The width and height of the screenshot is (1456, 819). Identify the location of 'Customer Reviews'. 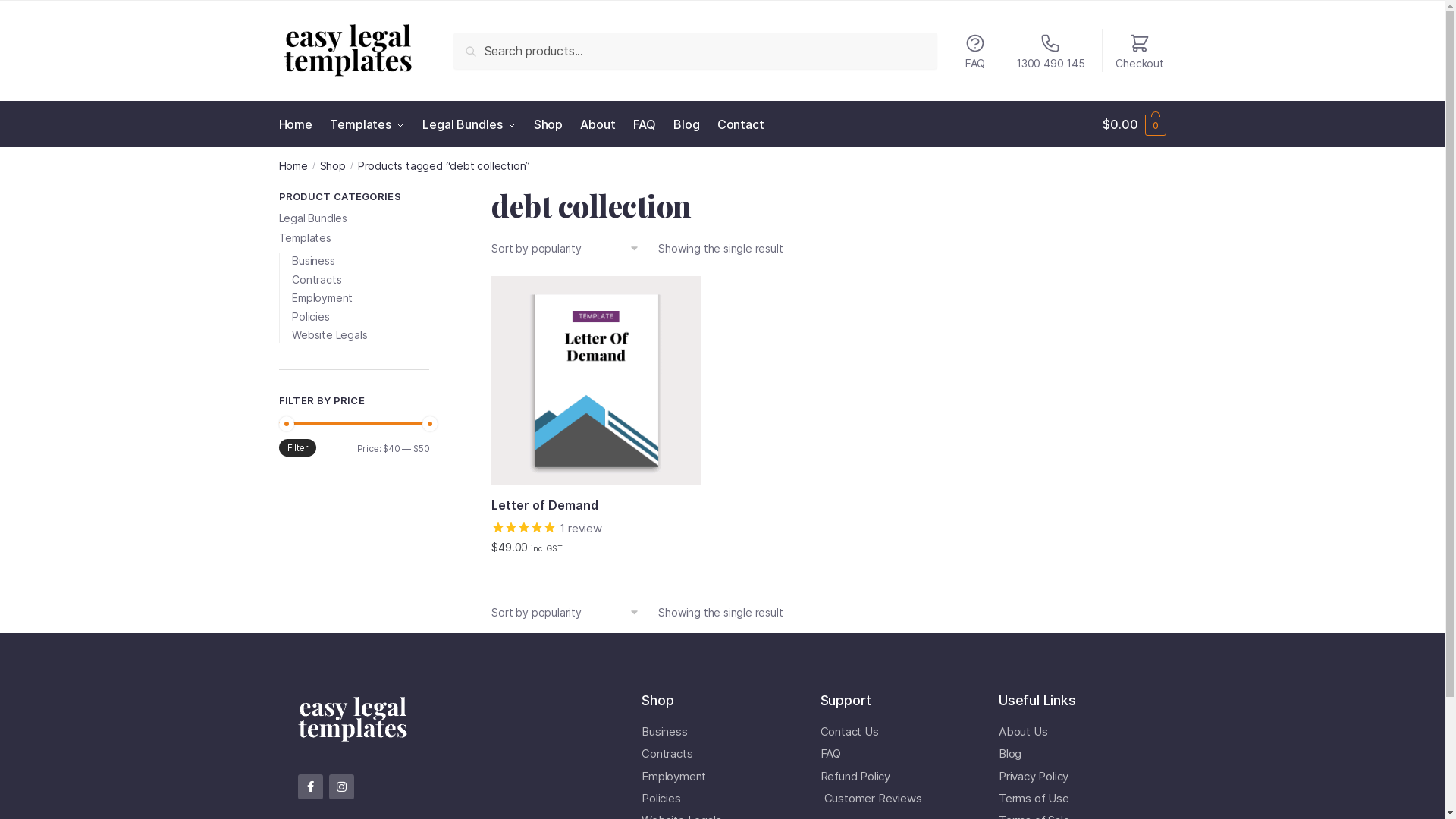
(894, 798).